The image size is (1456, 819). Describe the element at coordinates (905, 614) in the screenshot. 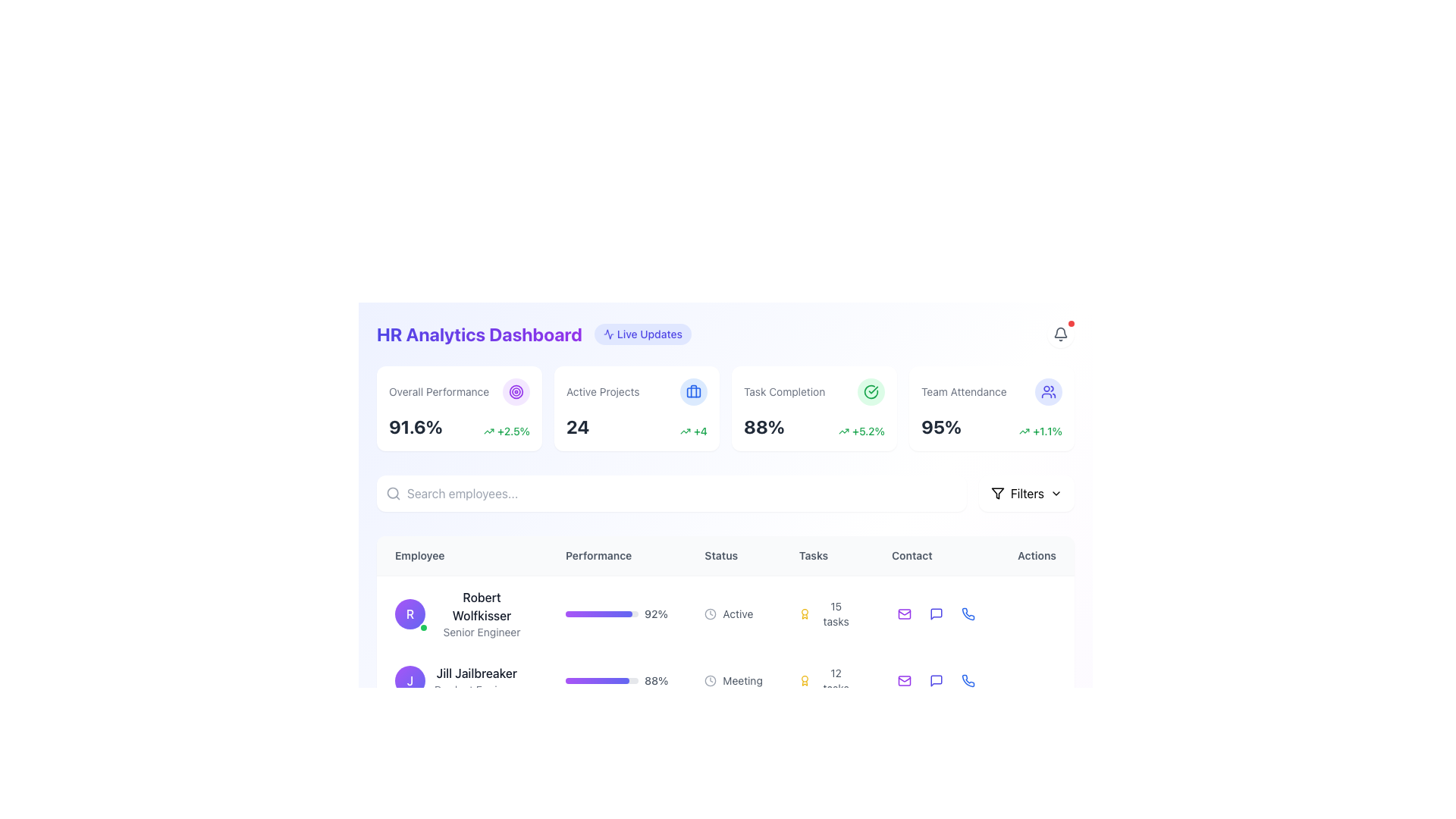

I see `the button in the 'Contact' column of the first row for employee 'Robert Wolfkisser' to initiate email communication` at that location.